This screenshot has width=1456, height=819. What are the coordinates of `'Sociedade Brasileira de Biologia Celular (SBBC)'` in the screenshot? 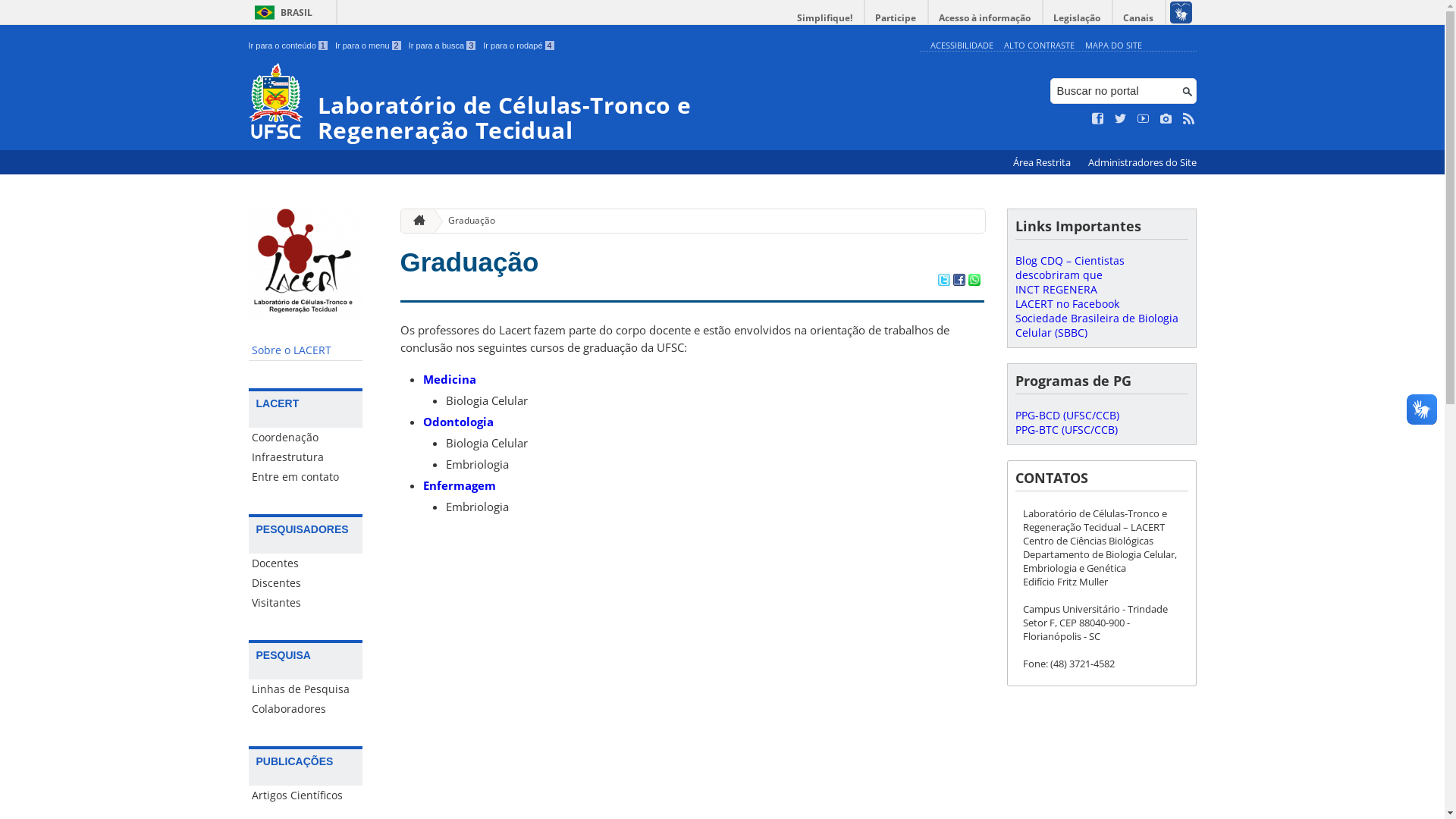 It's located at (1096, 324).